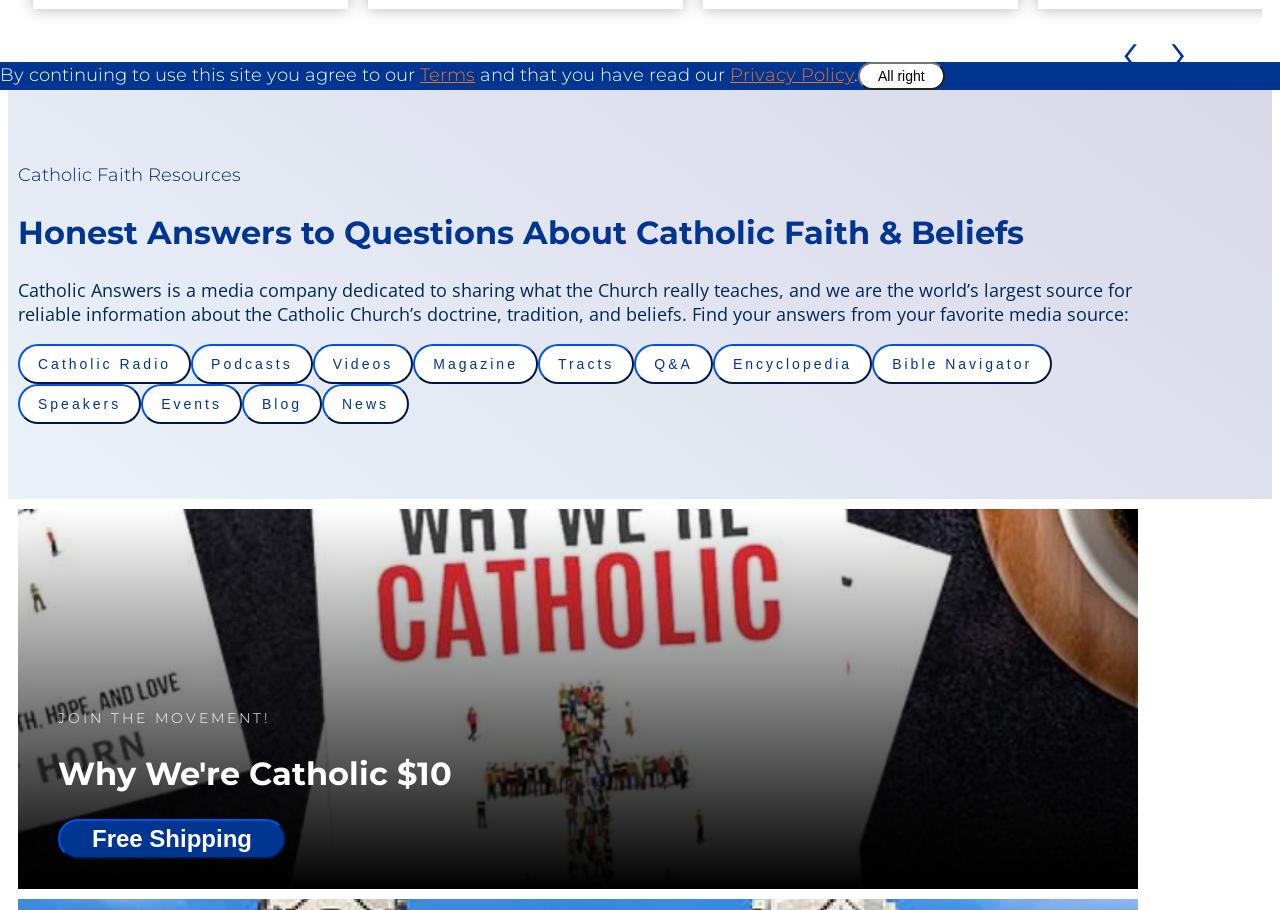  I want to click on 'and that you have read our', so click(601, 73).